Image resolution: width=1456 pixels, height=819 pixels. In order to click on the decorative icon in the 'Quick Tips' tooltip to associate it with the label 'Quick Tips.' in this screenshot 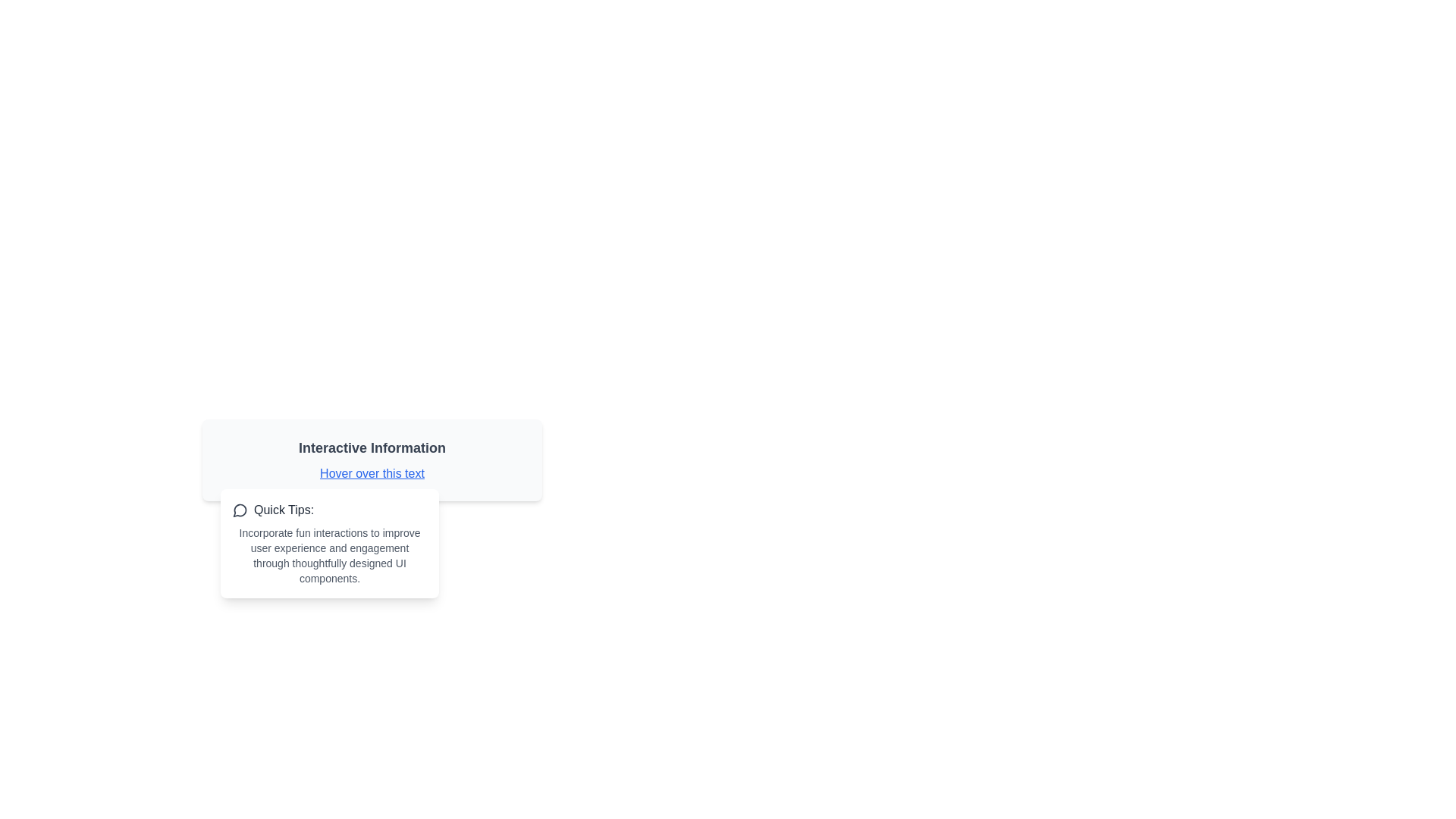, I will do `click(239, 510)`.